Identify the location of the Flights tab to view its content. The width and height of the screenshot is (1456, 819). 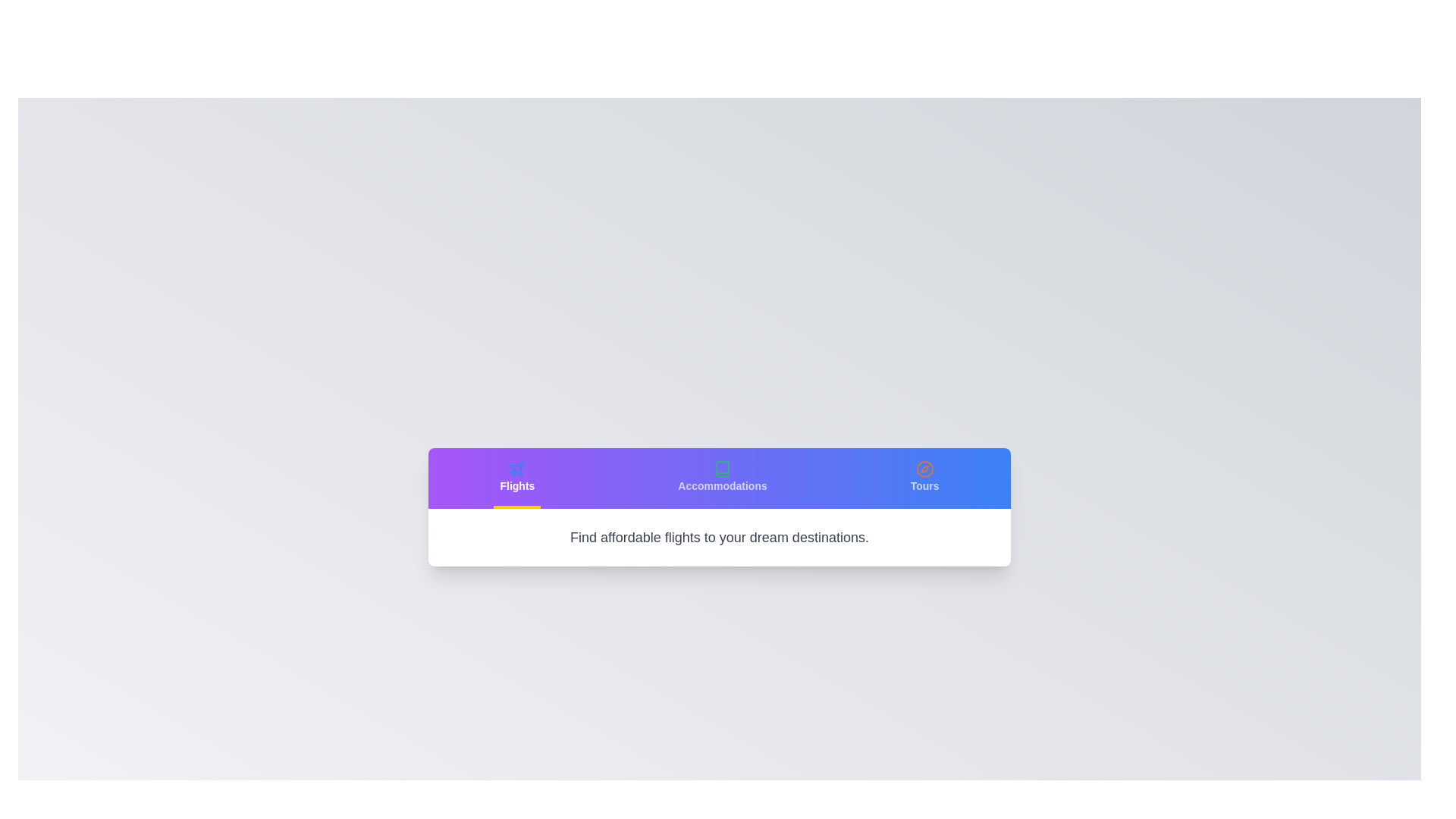
(516, 479).